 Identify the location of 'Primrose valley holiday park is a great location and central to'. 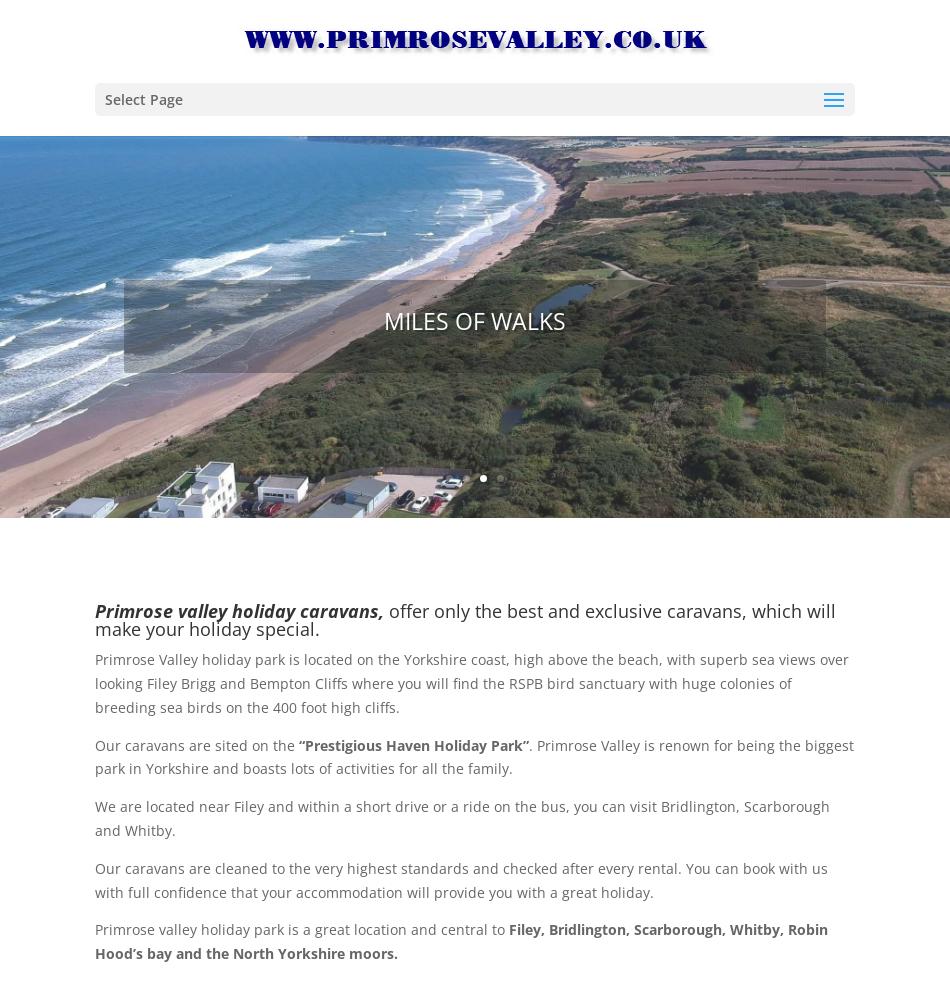
(299, 929).